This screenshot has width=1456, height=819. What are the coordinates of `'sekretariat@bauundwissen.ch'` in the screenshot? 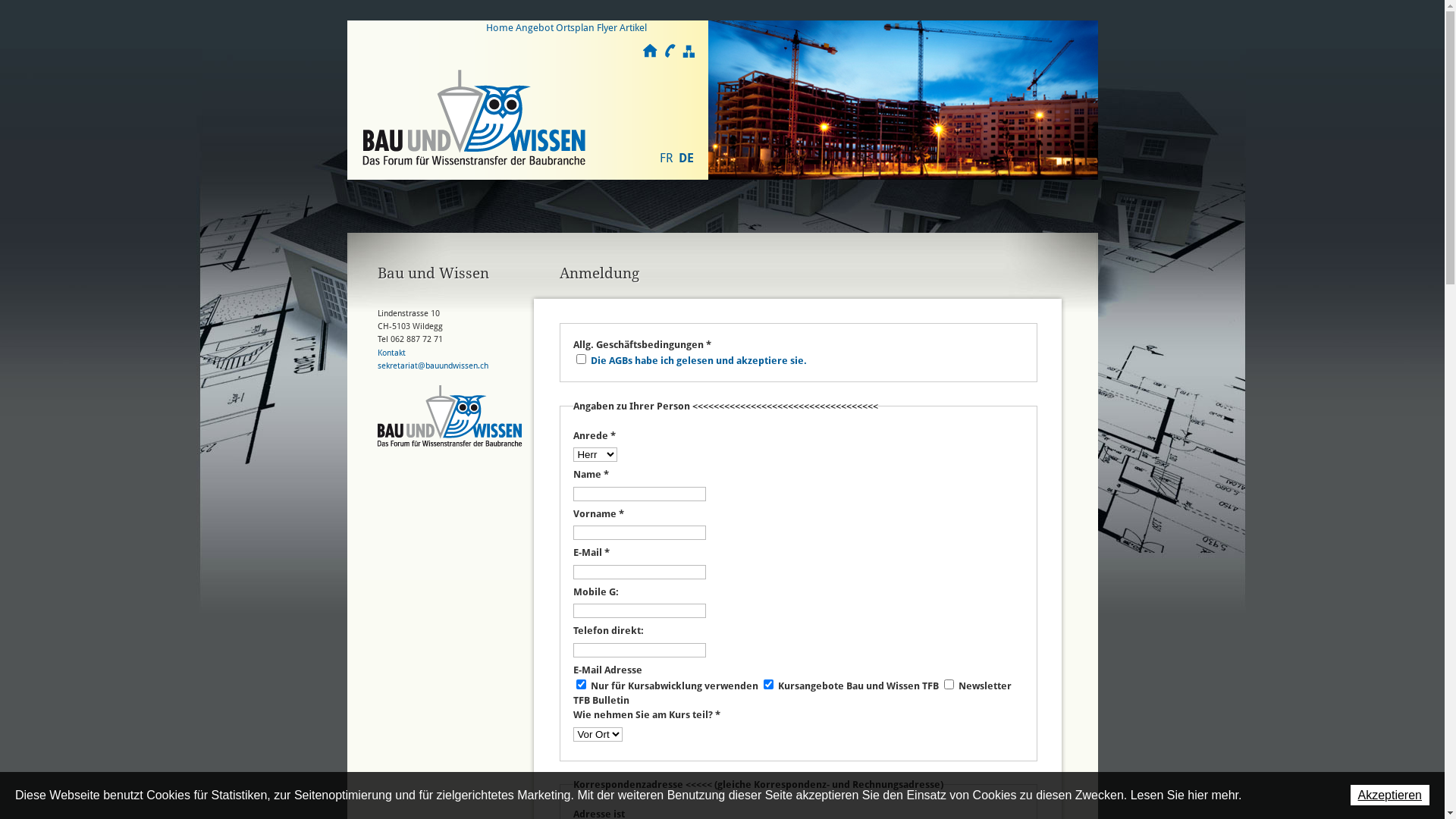 It's located at (432, 366).